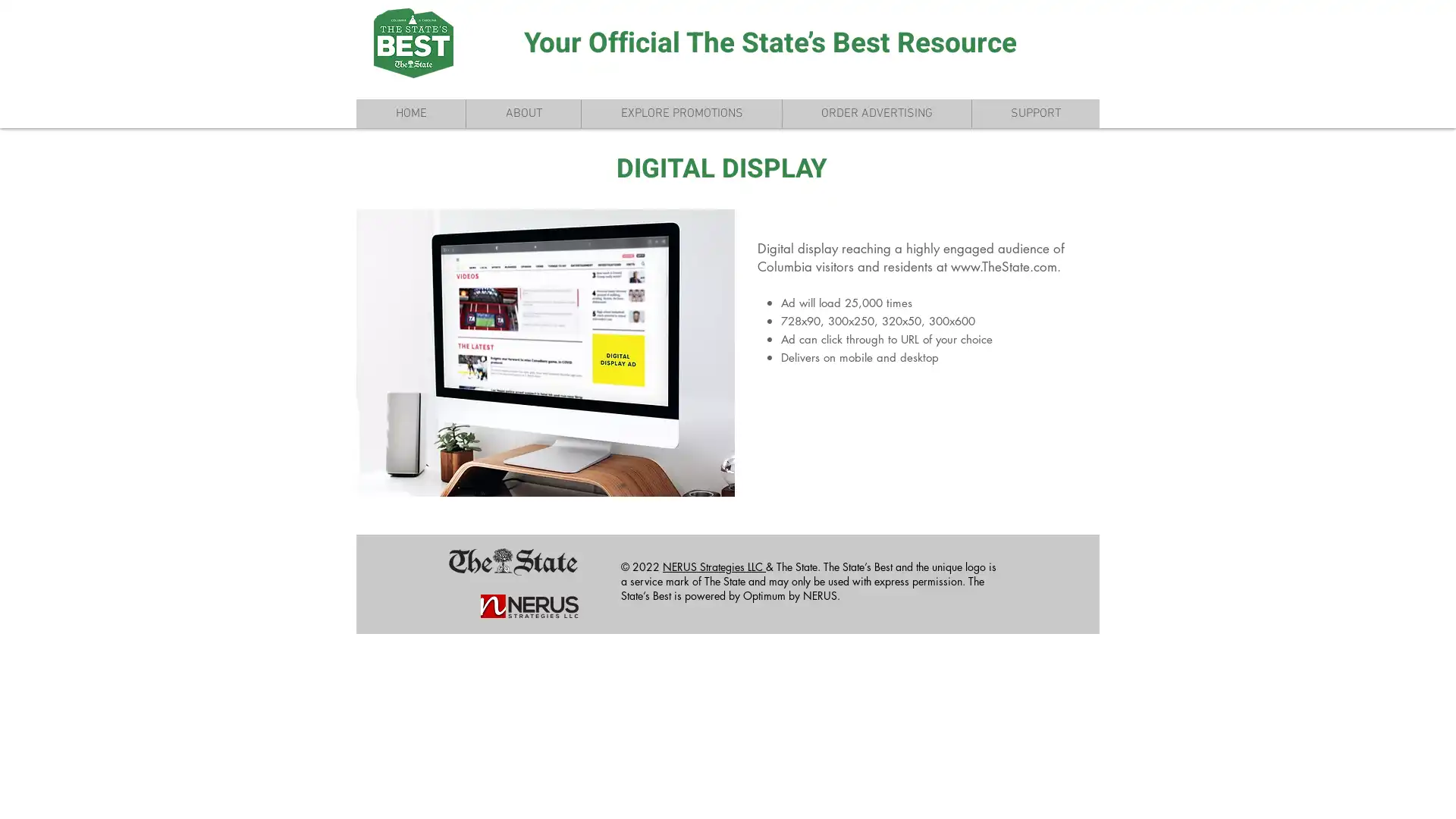  I want to click on Close, so click(1437, 794).